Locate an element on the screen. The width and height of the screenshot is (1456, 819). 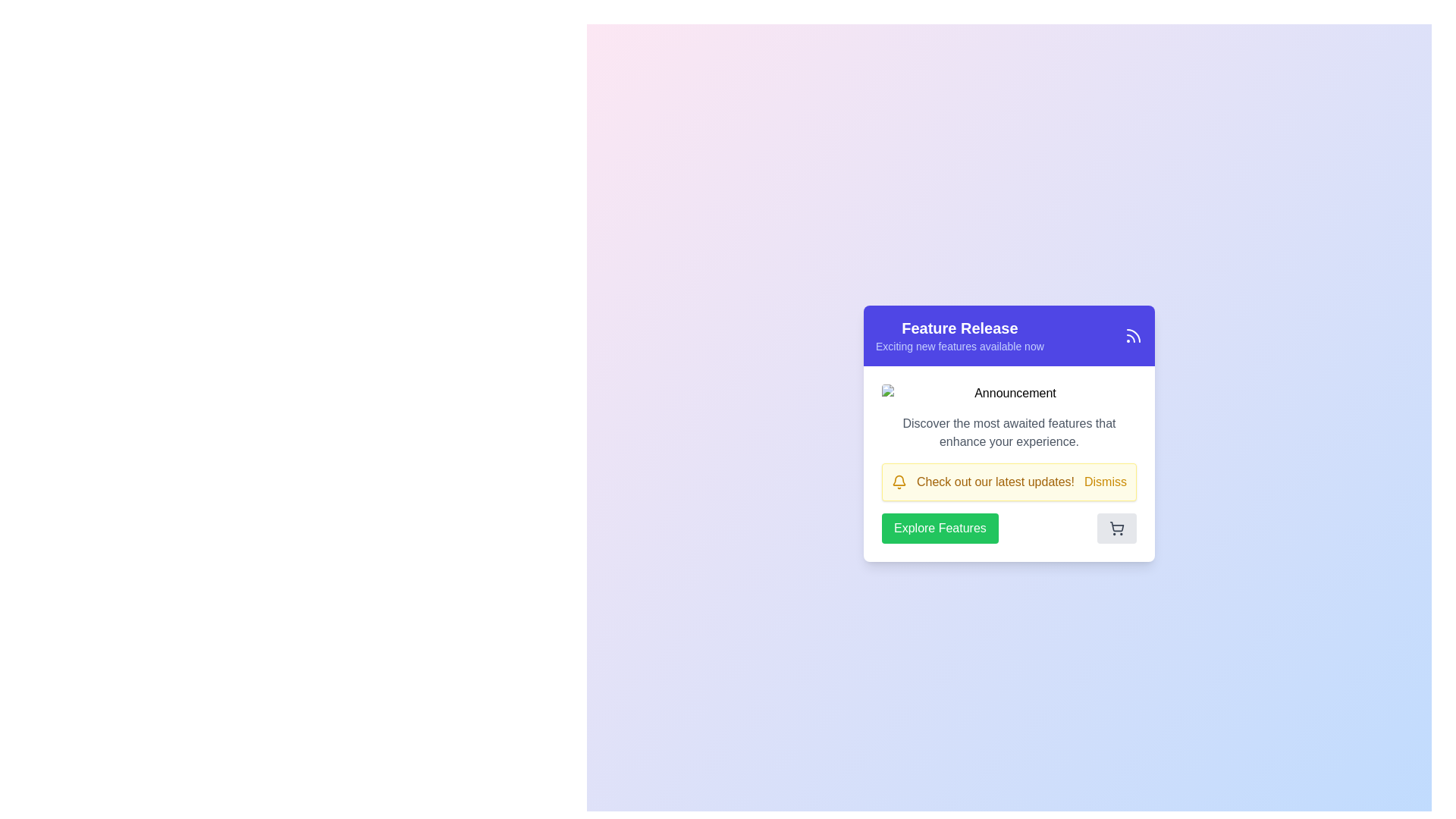
the text label located below the bold title 'Feature Release' in the header section of a card layout, styled with a small font size and light indigo color is located at coordinates (959, 346).